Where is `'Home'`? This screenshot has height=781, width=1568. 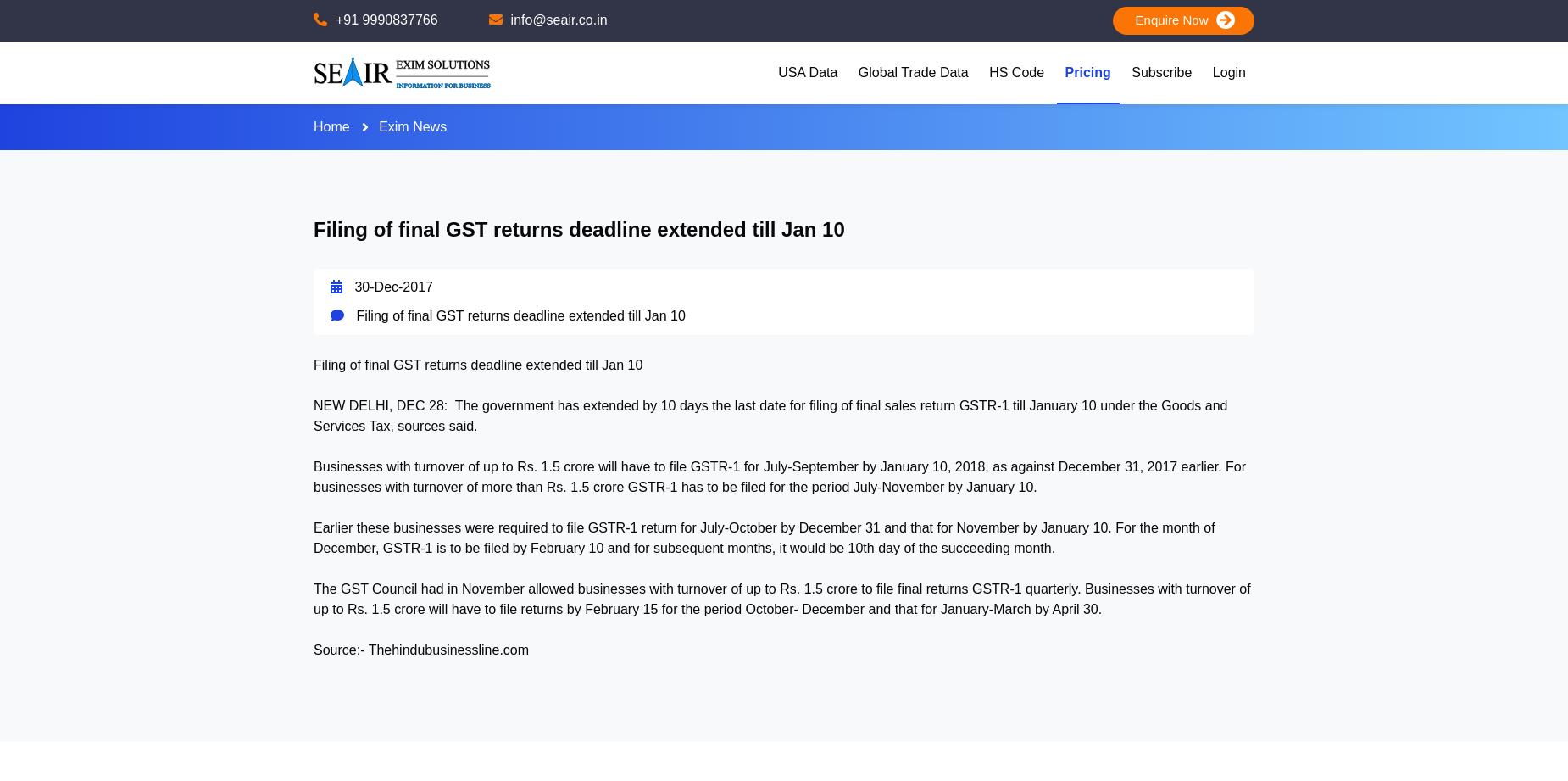
'Home' is located at coordinates (313, 126).